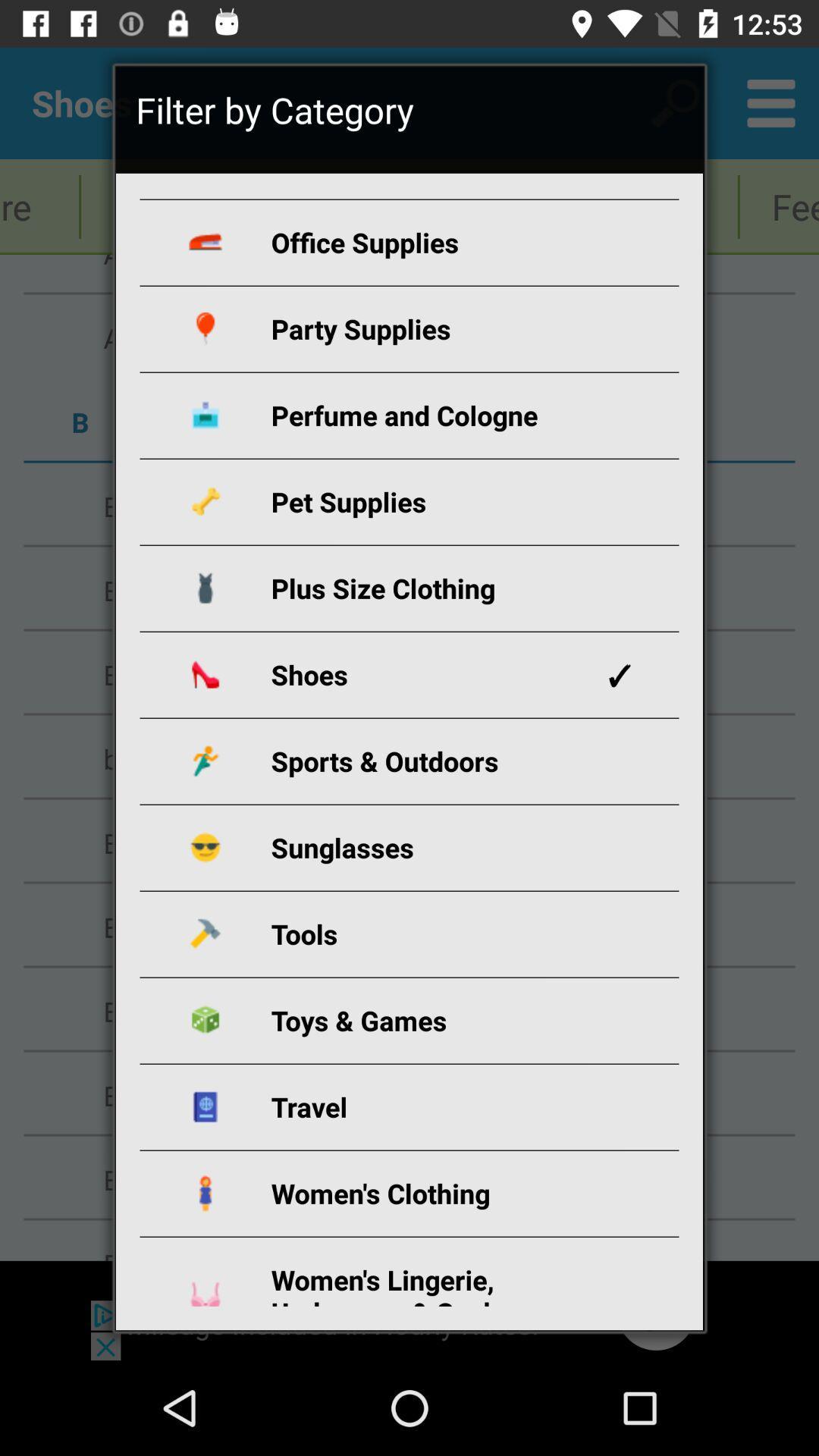 This screenshot has width=819, height=1456. Describe the element at coordinates (427, 1020) in the screenshot. I see `icon above travel` at that location.